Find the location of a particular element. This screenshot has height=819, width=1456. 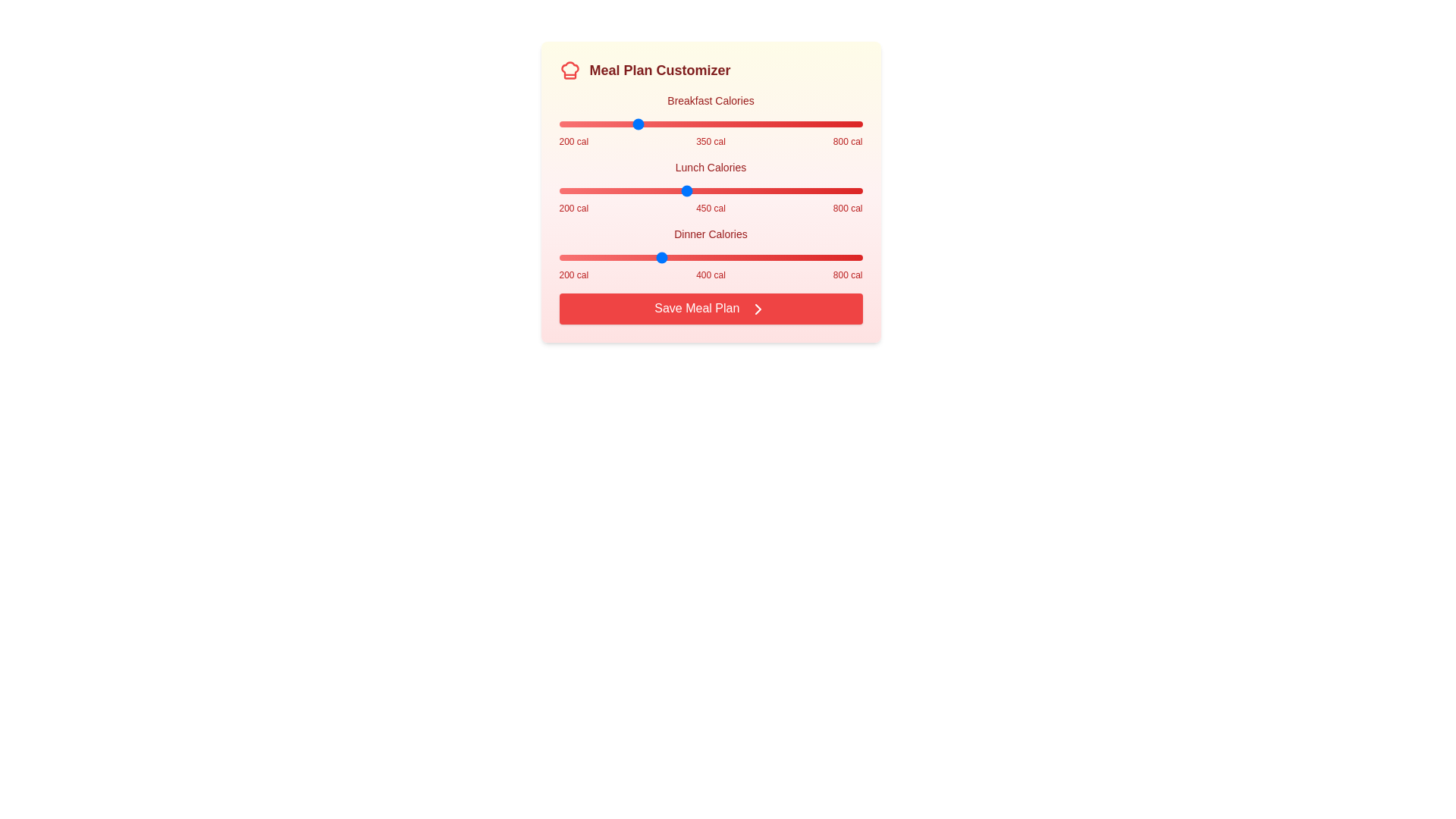

the Dinner calorie slider to 363 calories is located at coordinates (642, 256).